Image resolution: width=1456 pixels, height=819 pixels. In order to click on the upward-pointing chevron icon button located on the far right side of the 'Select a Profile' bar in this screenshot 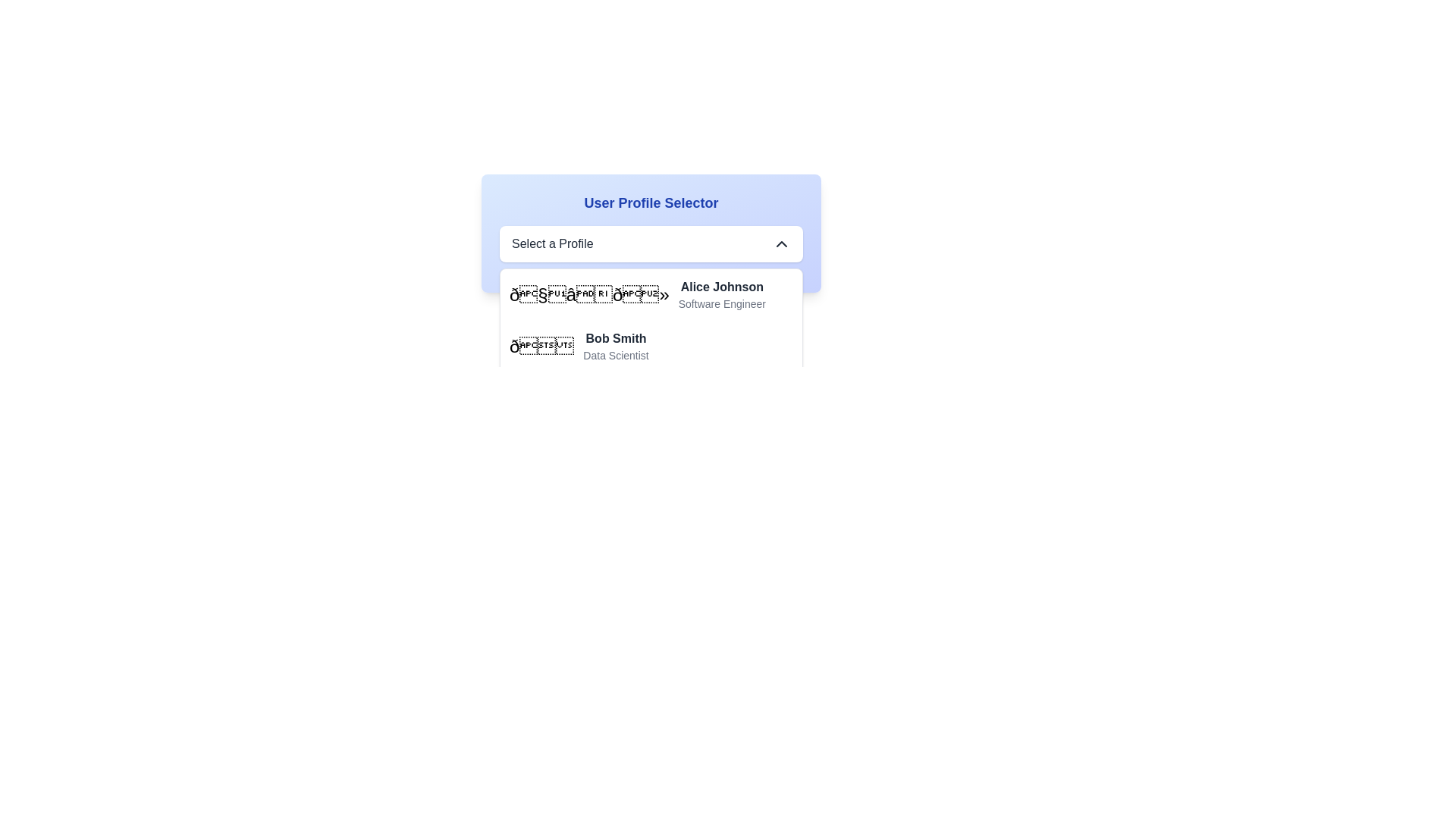, I will do `click(782, 243)`.